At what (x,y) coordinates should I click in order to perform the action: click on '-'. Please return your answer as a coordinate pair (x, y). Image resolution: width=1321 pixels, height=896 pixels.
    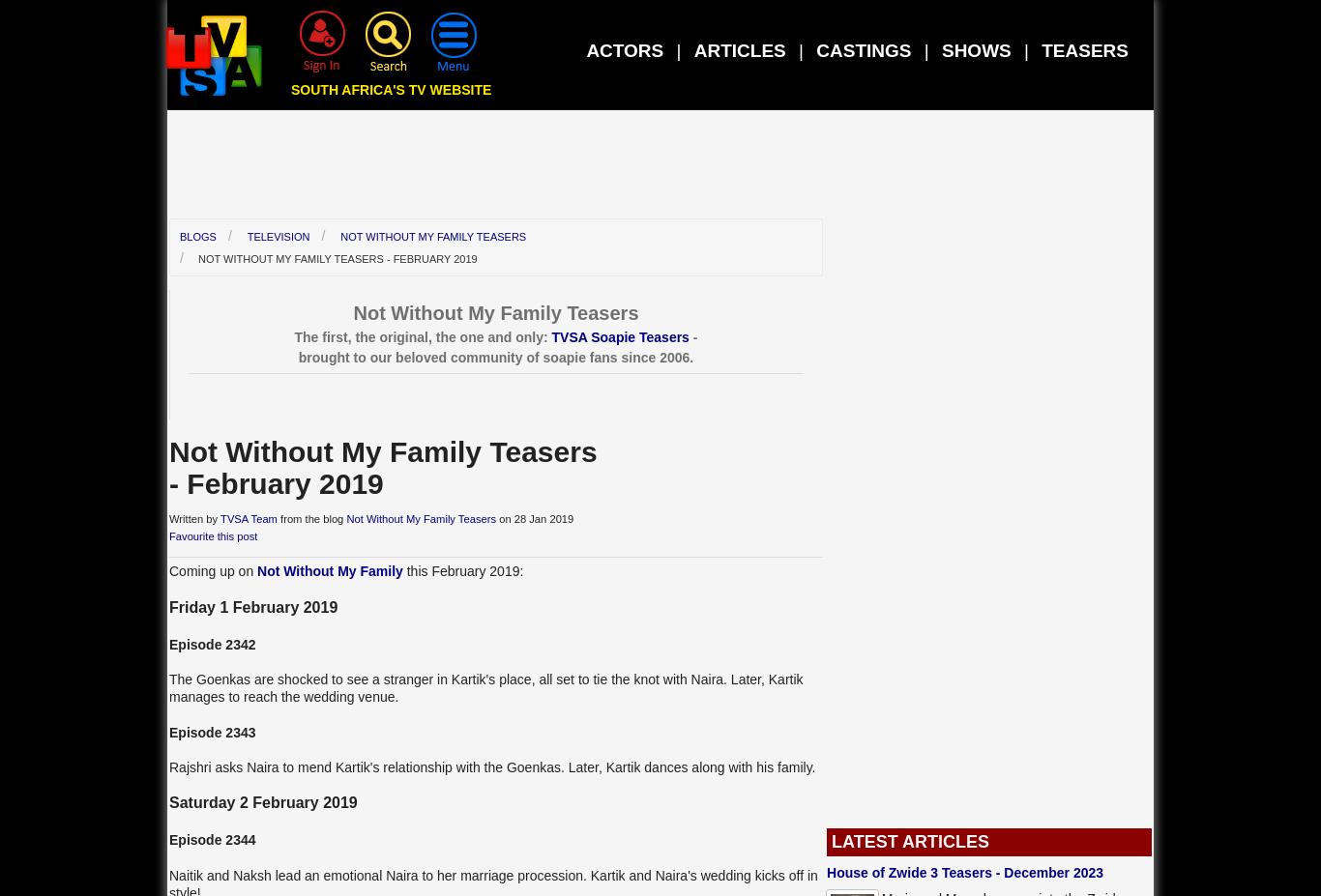
    Looking at the image, I should click on (692, 334).